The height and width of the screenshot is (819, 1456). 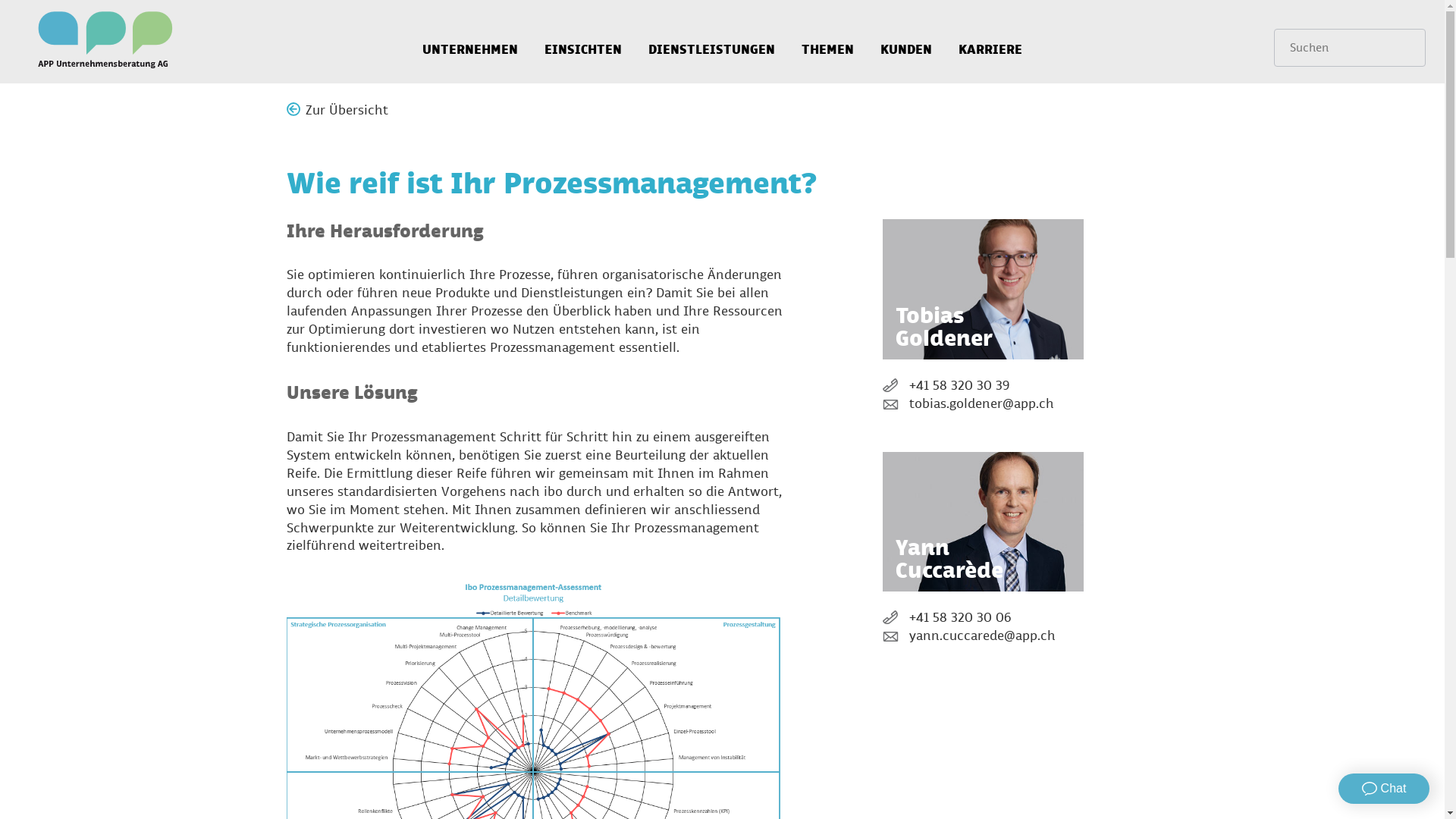 I want to click on 'THEMEN', so click(x=827, y=40).